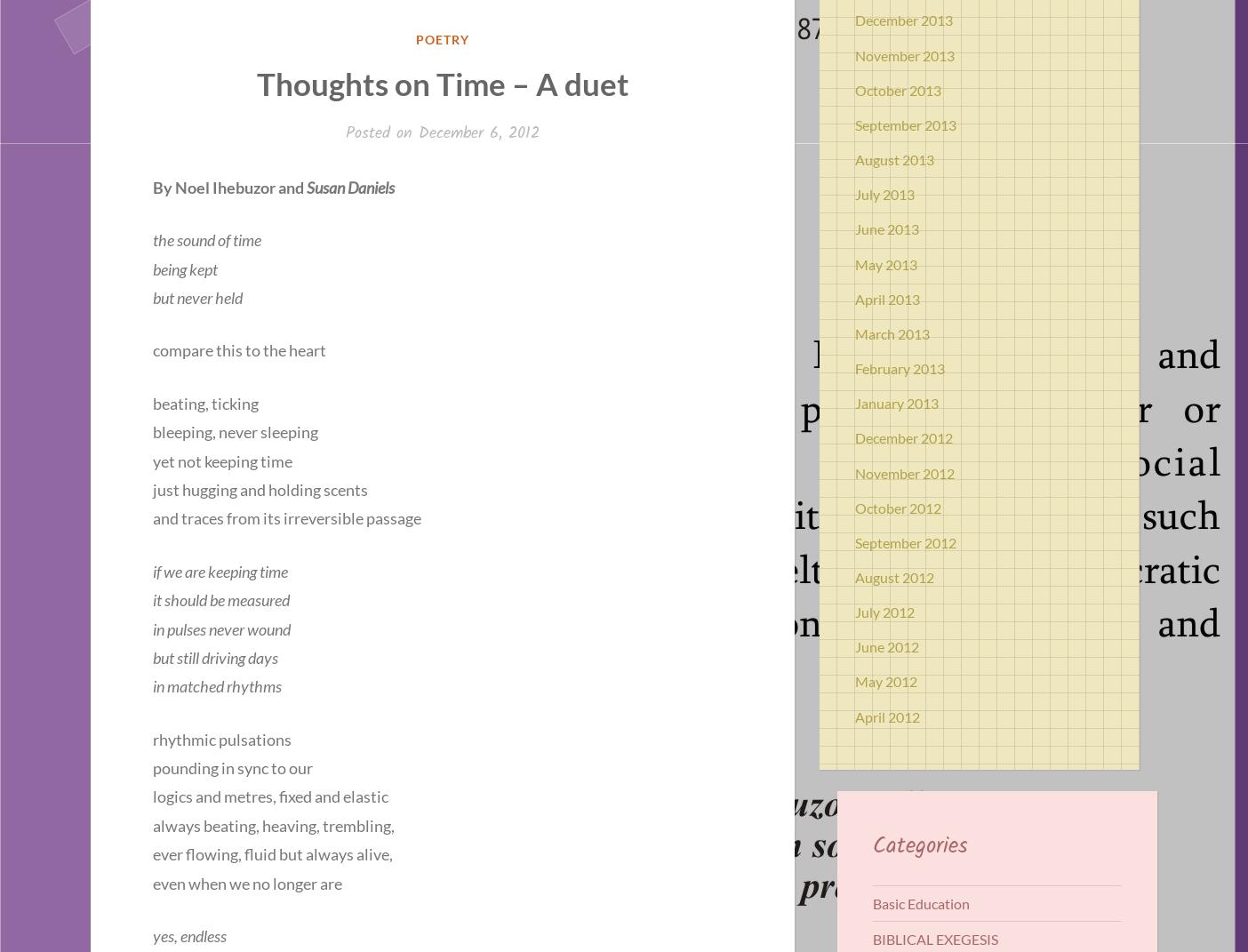 The image size is (1248, 952). I want to click on 'in pulses never wound', so click(221, 628).